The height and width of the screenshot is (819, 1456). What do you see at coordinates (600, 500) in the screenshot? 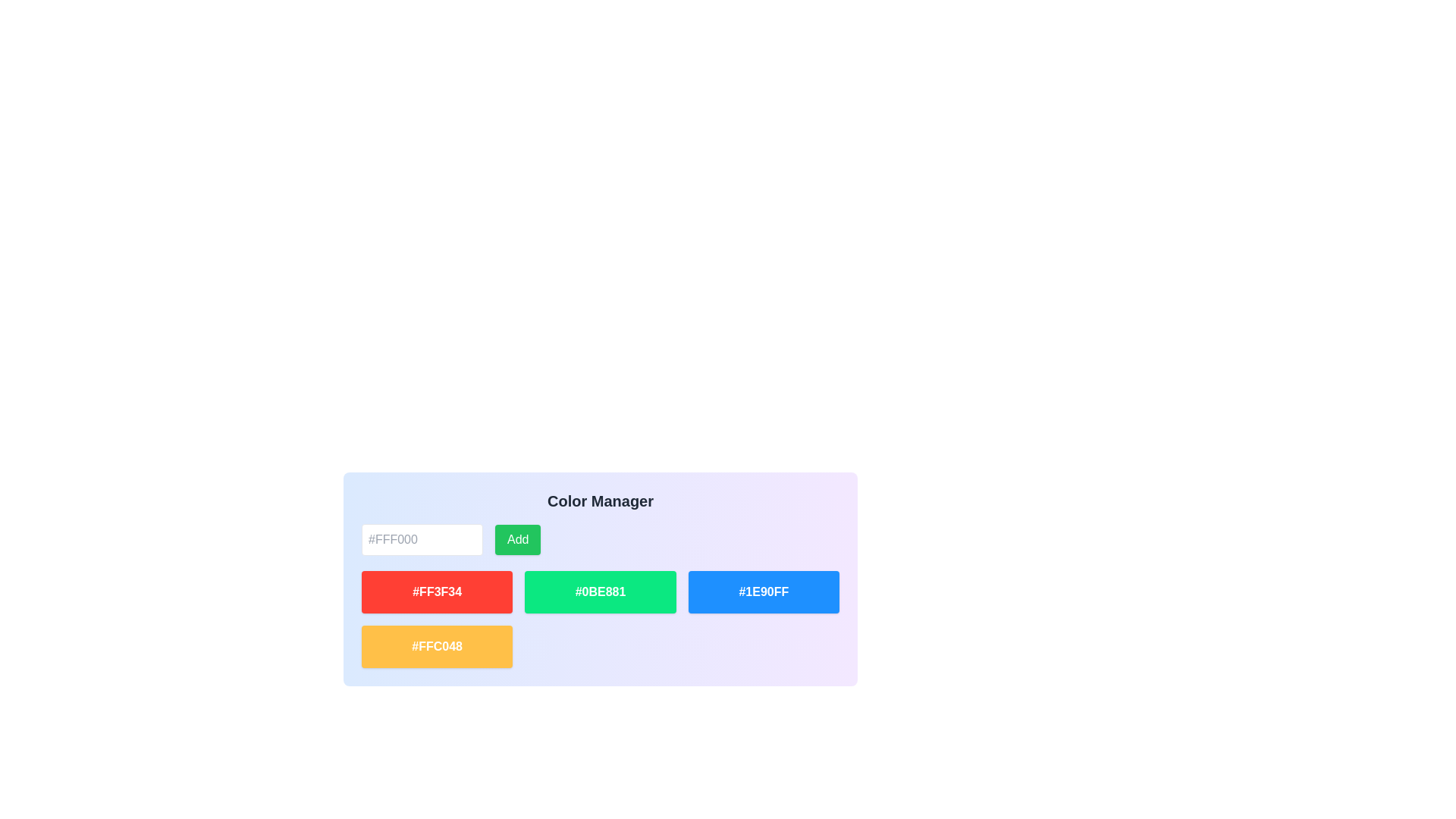
I see `the header text 'Color Manager' which is styled in bold, extra-large dark gray font and is located at the top-center of the interface` at bounding box center [600, 500].